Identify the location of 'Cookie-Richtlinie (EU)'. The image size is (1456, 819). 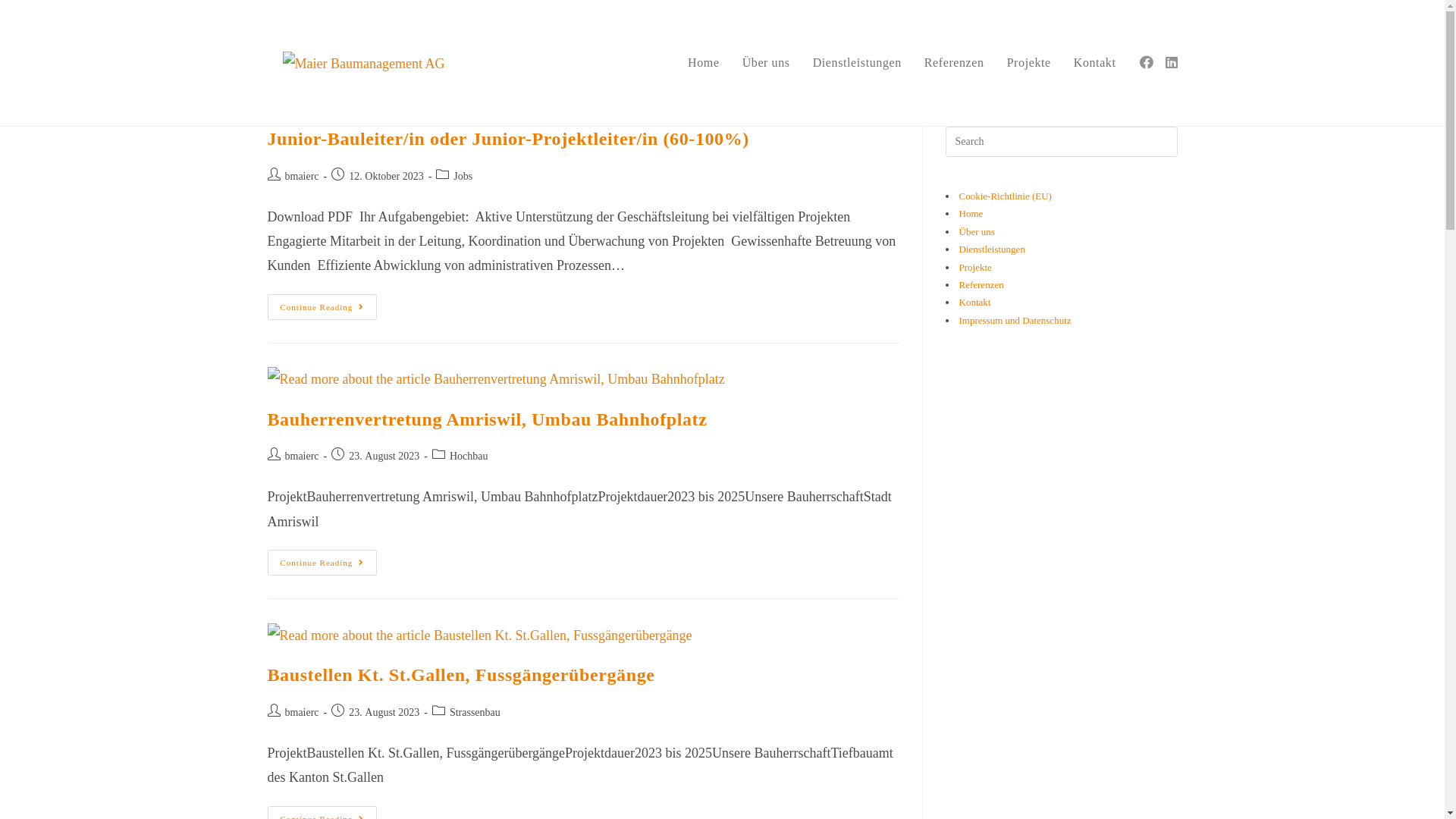
(1004, 195).